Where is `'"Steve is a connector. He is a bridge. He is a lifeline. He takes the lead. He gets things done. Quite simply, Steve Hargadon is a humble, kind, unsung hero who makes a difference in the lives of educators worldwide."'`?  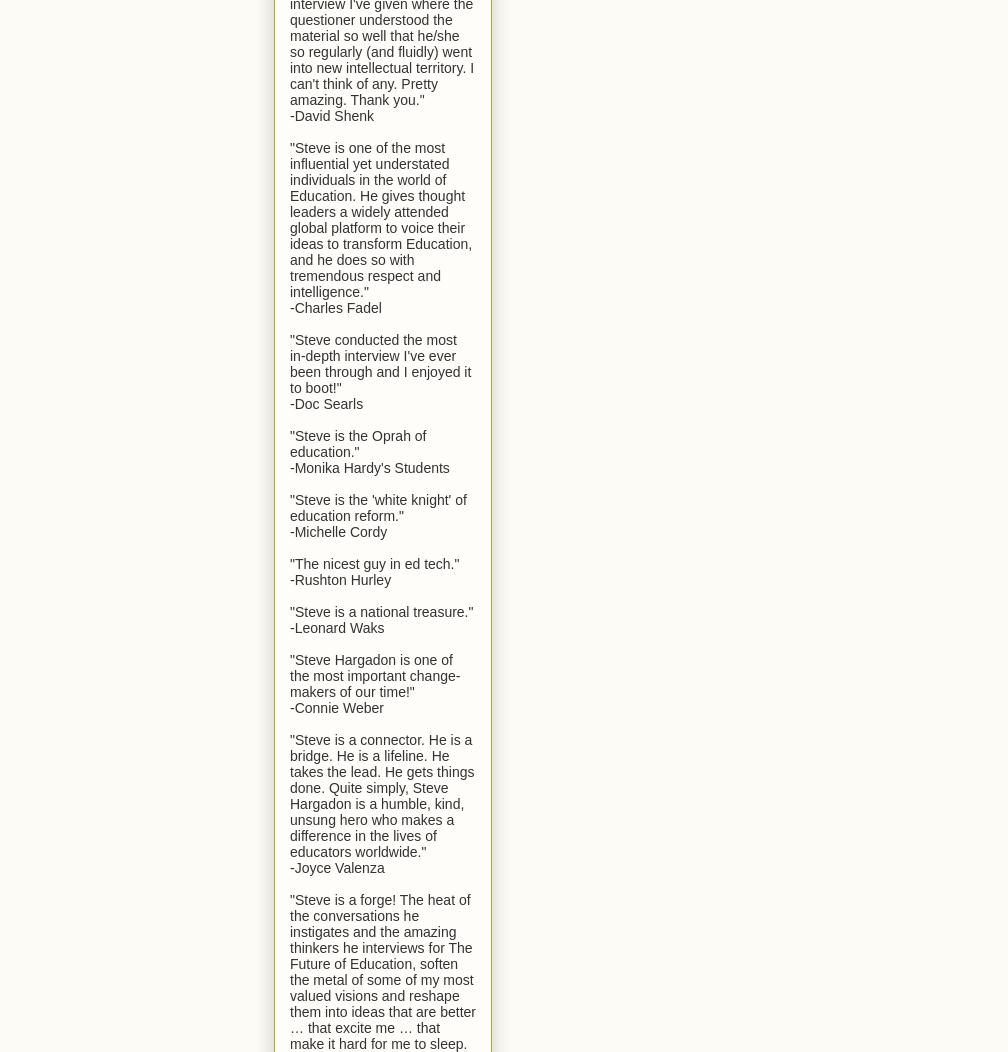 '"Steve is a connector. He is a bridge. He is a lifeline. He takes the lead. He gets things done. Quite simply, Steve Hargadon is a humble, kind, unsung hero who makes a difference in the lives of educators worldwide."' is located at coordinates (290, 794).